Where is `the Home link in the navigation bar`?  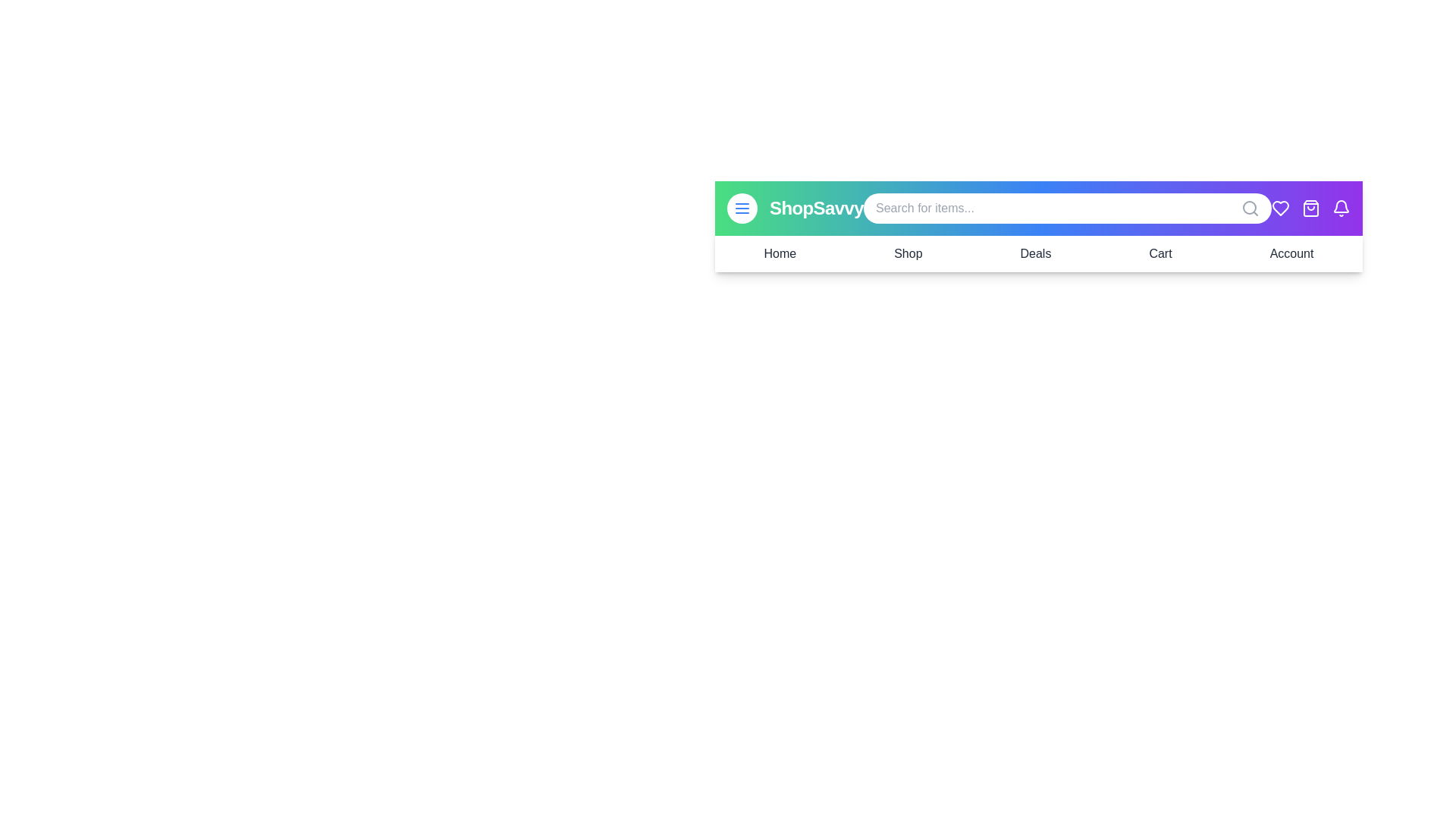
the Home link in the navigation bar is located at coordinates (779, 253).